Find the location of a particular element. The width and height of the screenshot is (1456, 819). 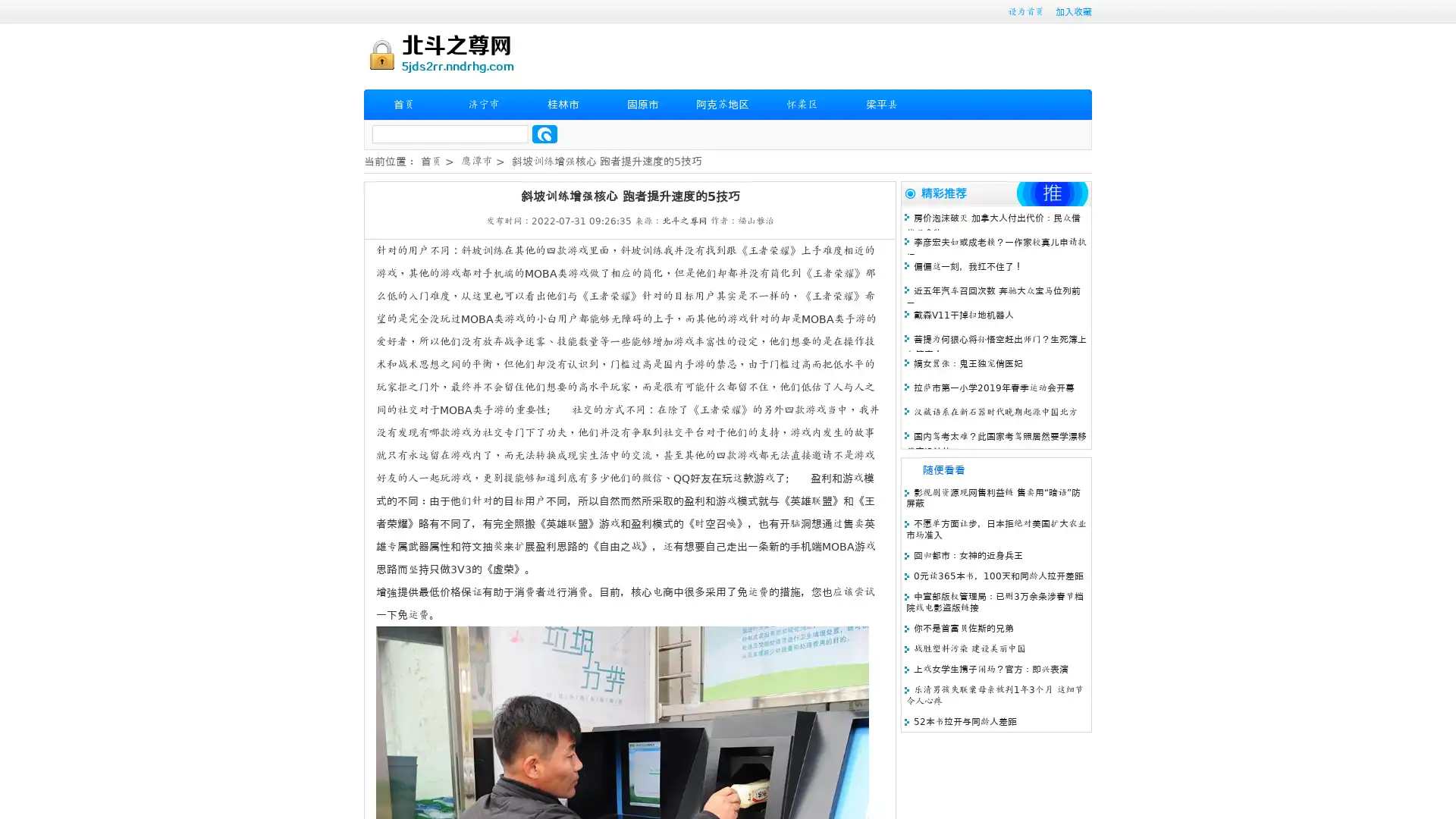

Search is located at coordinates (544, 133).